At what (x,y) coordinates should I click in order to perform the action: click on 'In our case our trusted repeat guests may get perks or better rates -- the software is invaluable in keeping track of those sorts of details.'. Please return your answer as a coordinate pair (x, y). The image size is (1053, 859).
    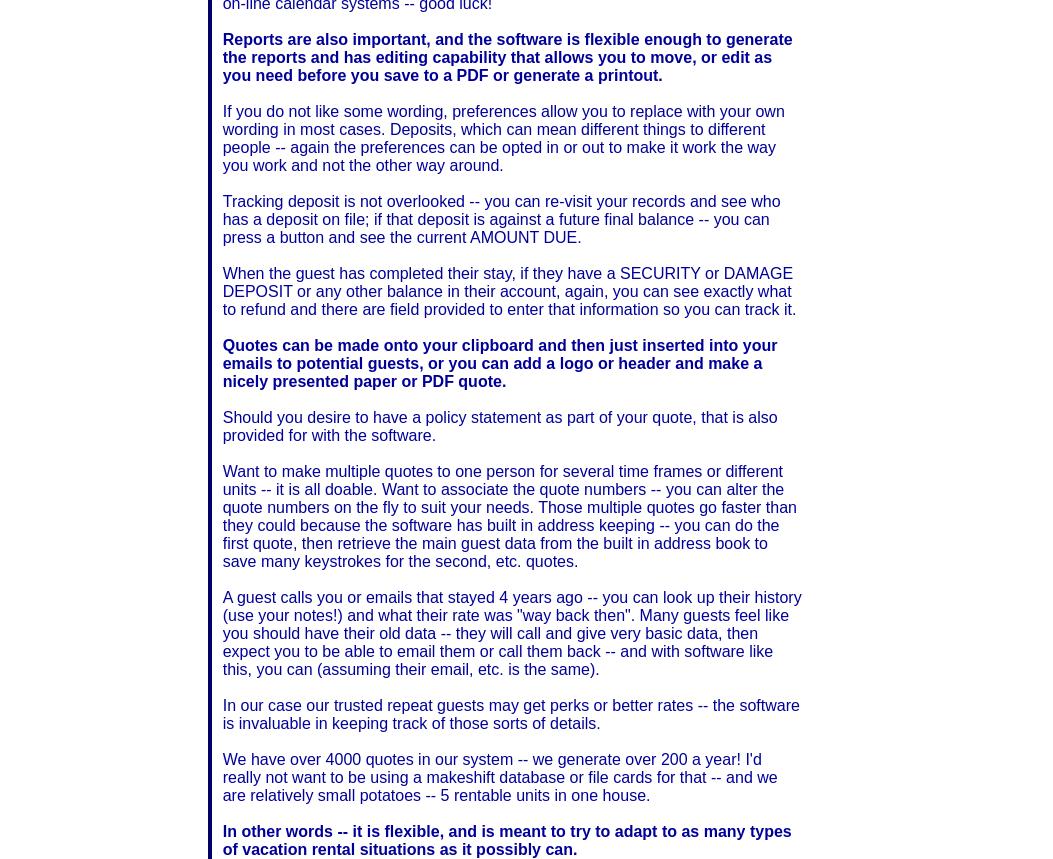
    Looking at the image, I should click on (510, 713).